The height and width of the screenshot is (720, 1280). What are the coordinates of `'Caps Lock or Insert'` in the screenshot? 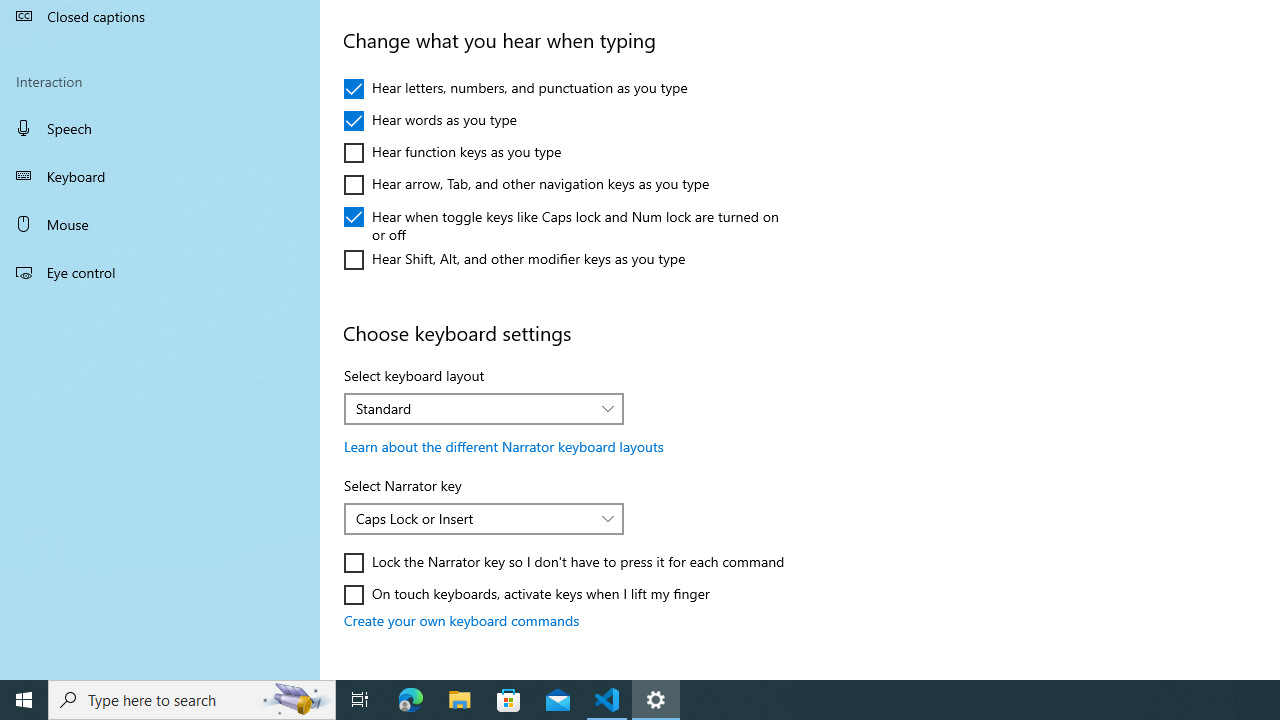 It's located at (472, 517).